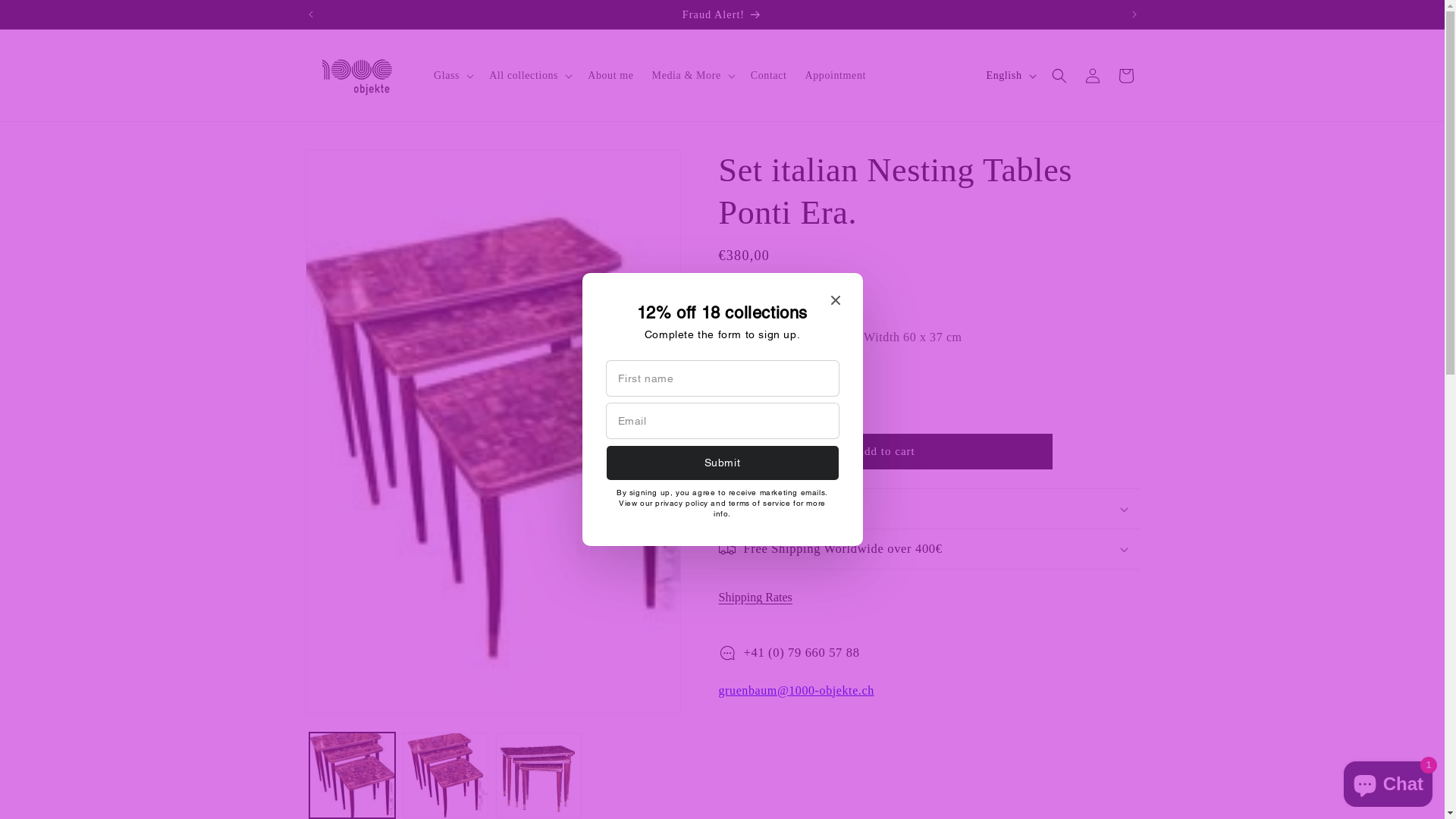 This screenshot has height=819, width=1456. What do you see at coordinates (742, 76) in the screenshot?
I see `'Contact'` at bounding box center [742, 76].